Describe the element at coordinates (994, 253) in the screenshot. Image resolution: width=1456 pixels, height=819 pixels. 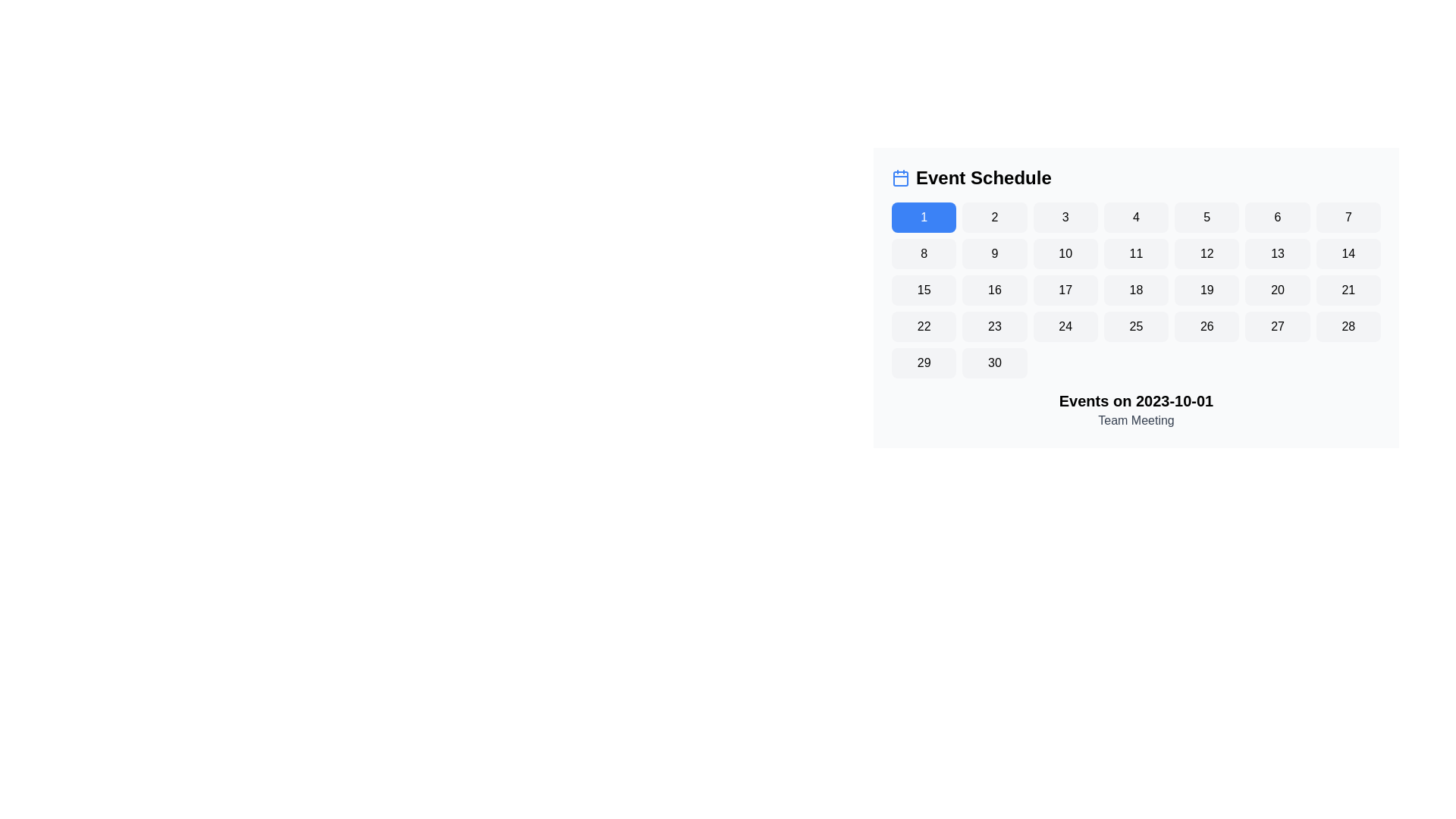
I see `the interactive calendar day cell displaying the number '9'` at that location.